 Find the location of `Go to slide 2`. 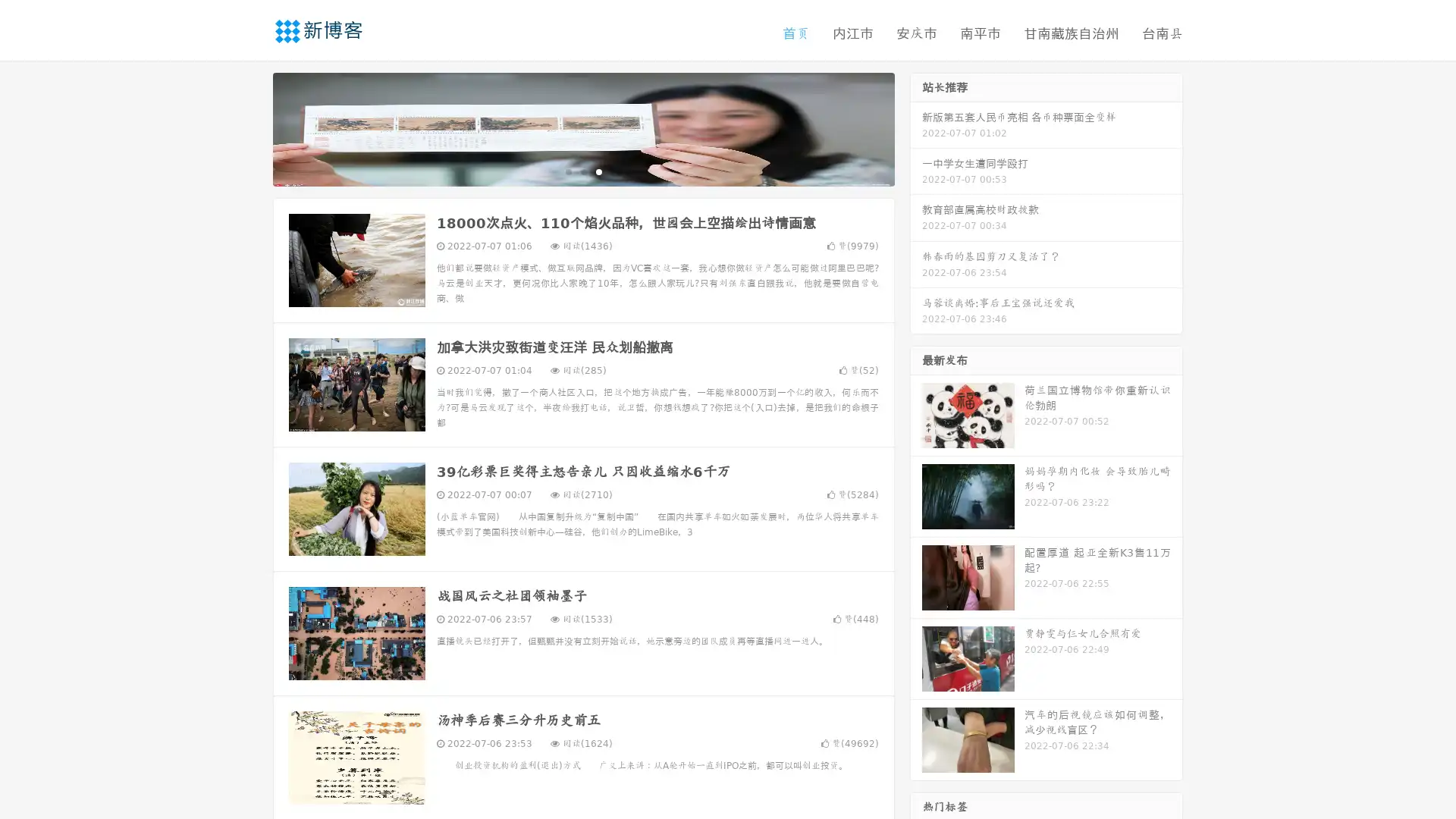

Go to slide 2 is located at coordinates (582, 171).